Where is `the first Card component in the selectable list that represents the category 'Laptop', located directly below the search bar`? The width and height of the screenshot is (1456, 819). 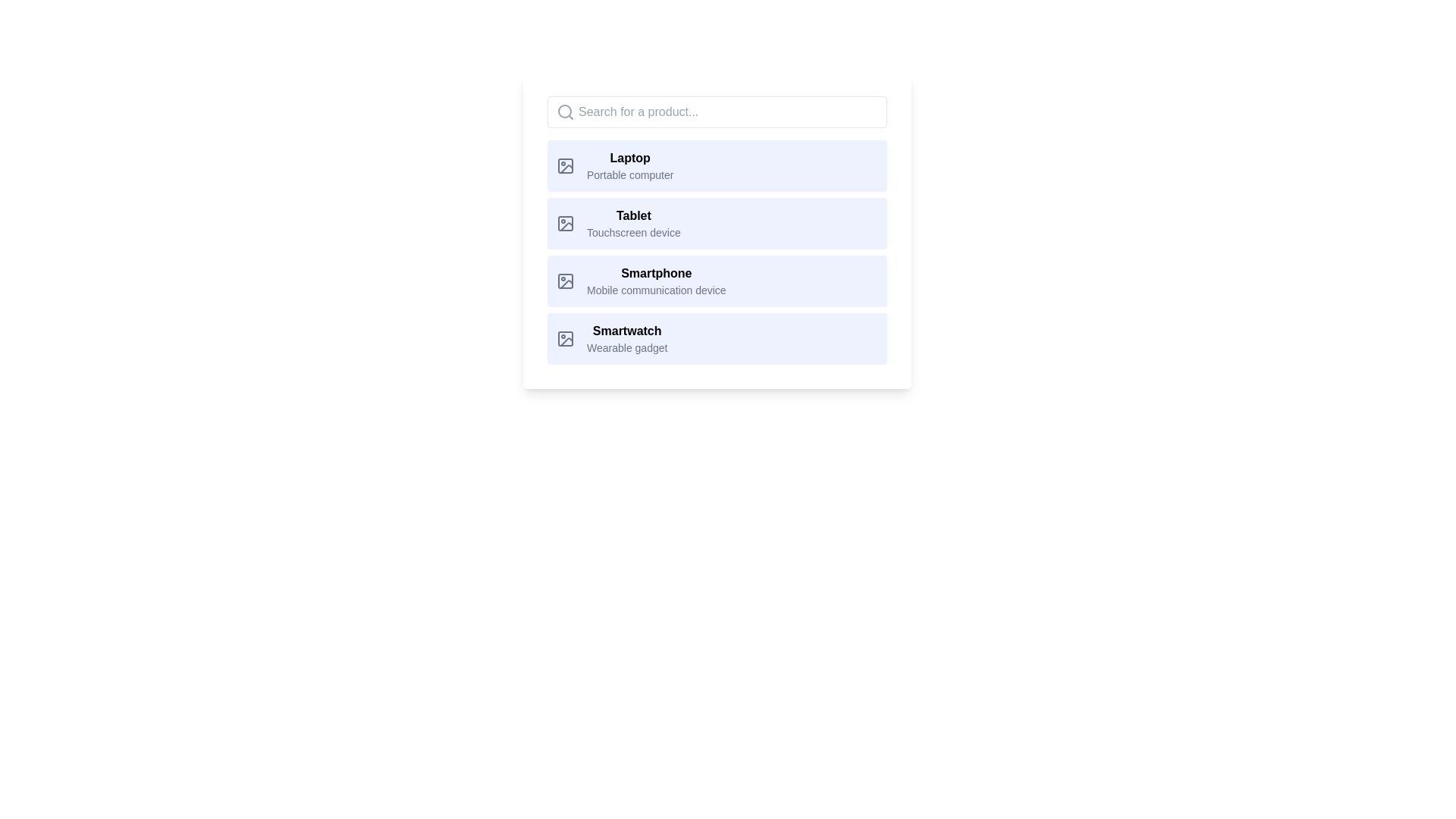 the first Card component in the selectable list that represents the category 'Laptop', located directly below the search bar is located at coordinates (716, 166).